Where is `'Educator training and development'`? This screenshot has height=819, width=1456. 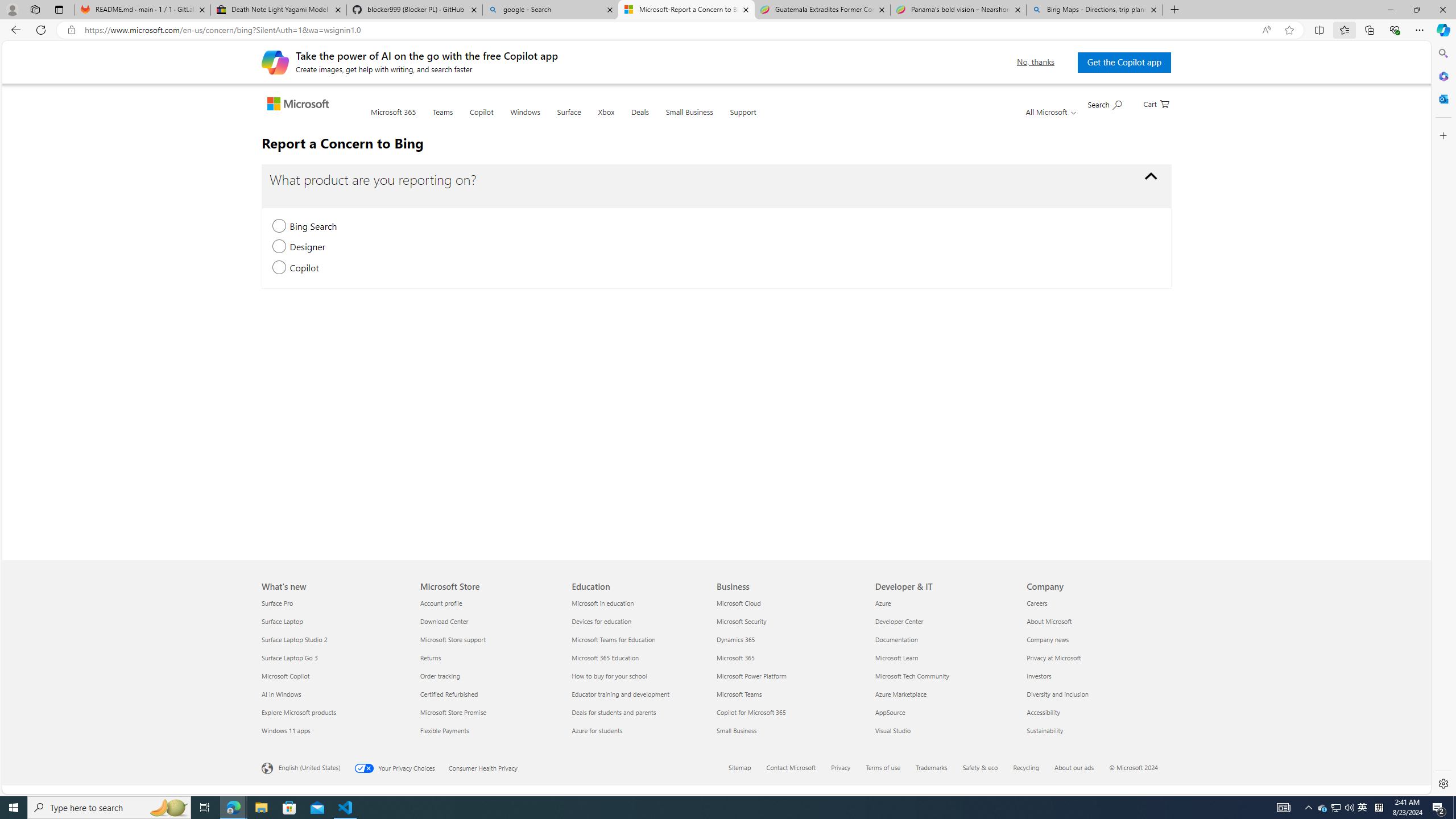 'Educator training and development' is located at coordinates (640, 693).